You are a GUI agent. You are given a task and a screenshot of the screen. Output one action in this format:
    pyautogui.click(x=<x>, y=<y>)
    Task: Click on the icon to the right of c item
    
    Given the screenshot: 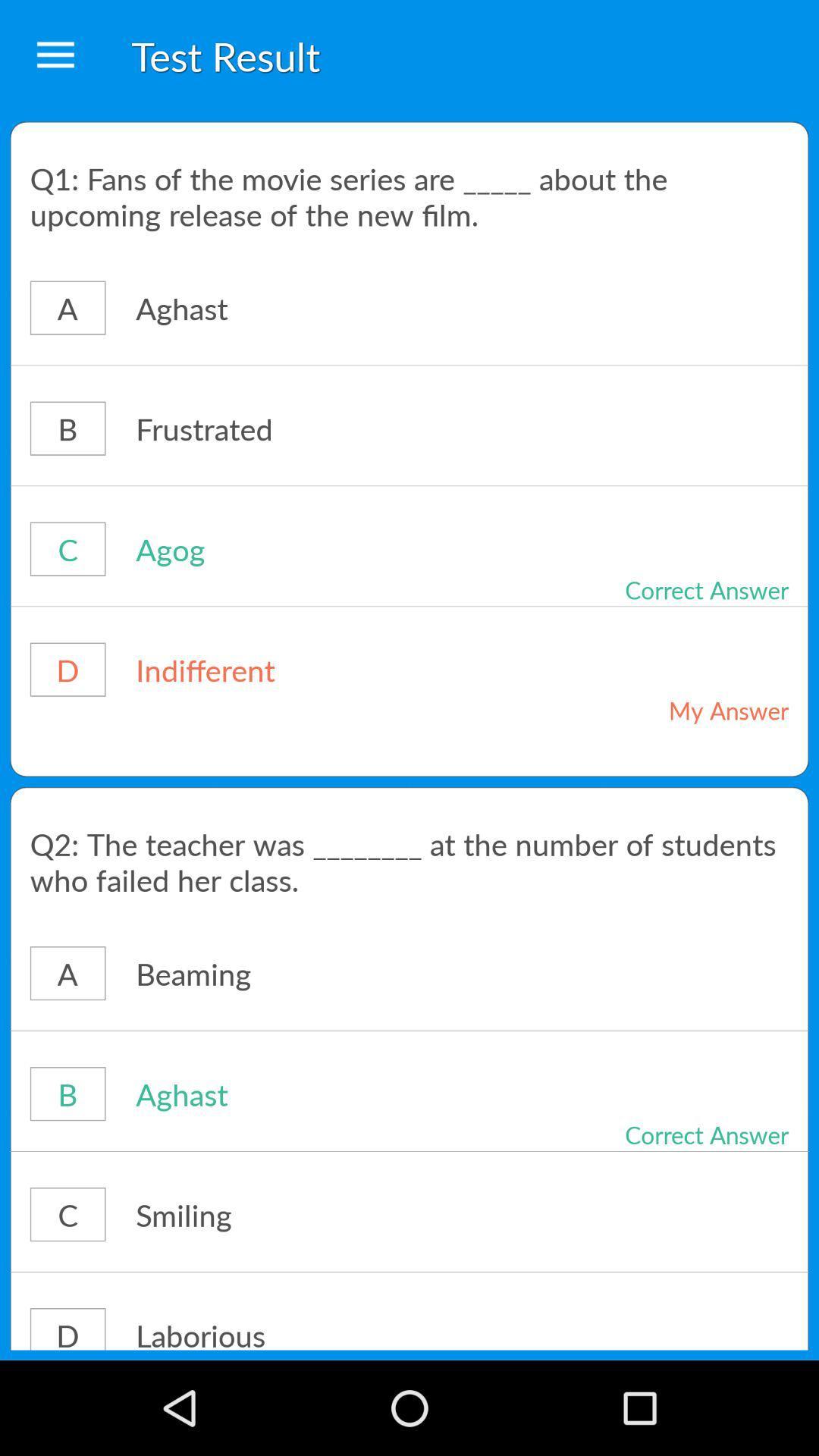 What is the action you would take?
    pyautogui.click(x=313, y=1214)
    